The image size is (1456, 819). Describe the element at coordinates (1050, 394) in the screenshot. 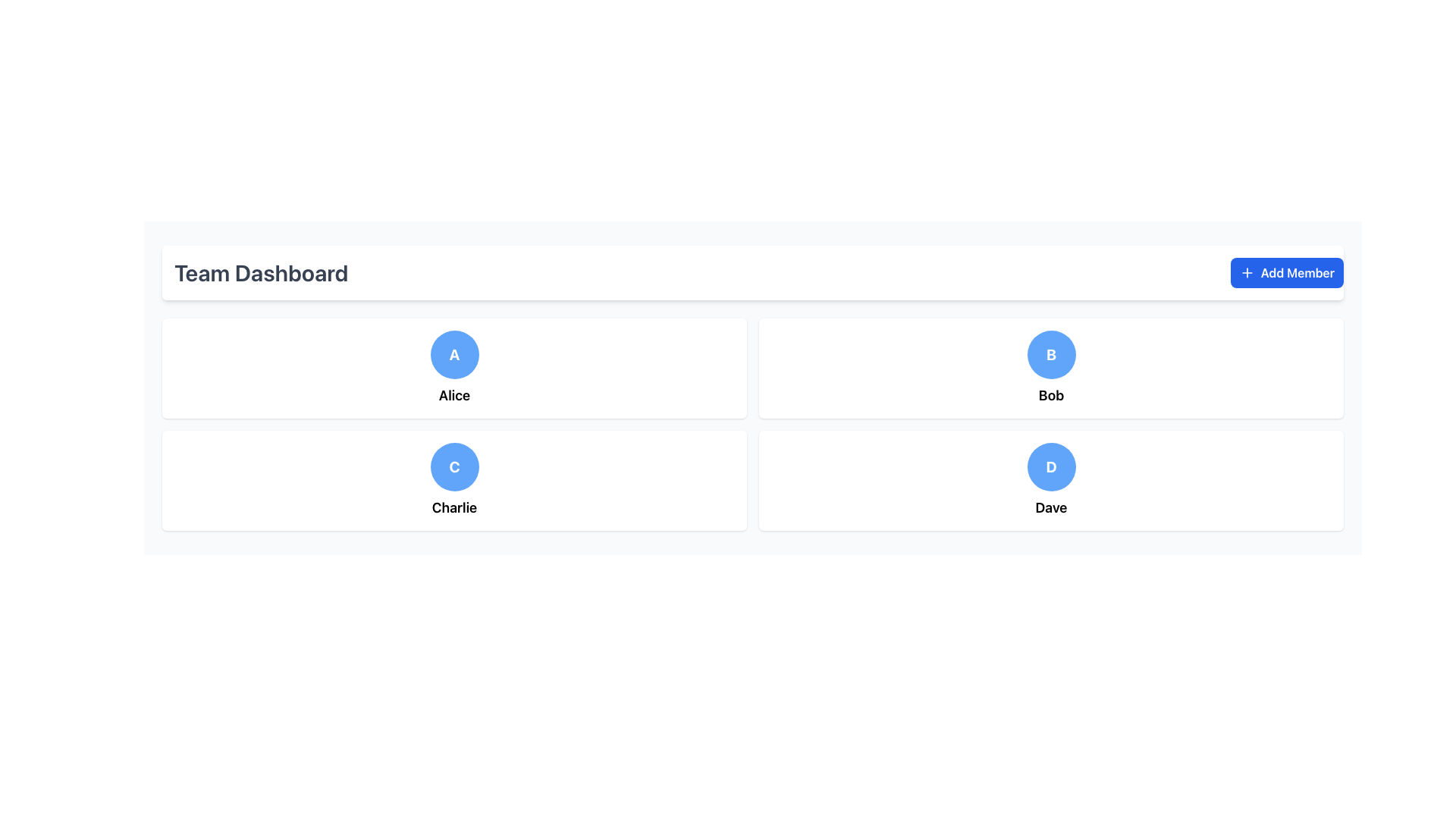

I see `the Text Label displaying the name 'Bob' which is styled in bold black font and located below a circular blue icon with the letter 'B'` at that location.